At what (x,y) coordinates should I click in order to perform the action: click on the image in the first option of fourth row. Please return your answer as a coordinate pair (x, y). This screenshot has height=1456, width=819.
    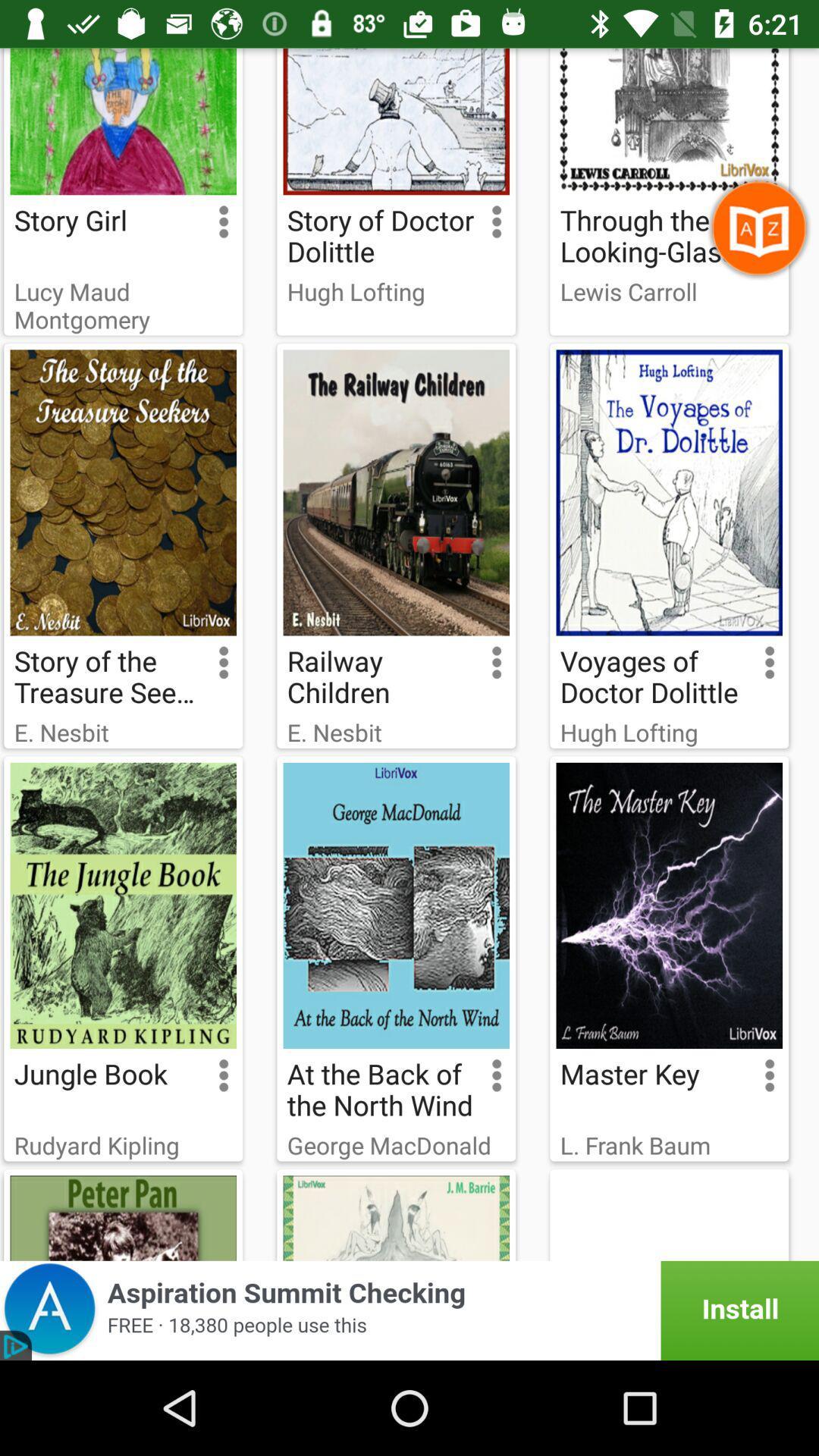
    Looking at the image, I should click on (122, 1215).